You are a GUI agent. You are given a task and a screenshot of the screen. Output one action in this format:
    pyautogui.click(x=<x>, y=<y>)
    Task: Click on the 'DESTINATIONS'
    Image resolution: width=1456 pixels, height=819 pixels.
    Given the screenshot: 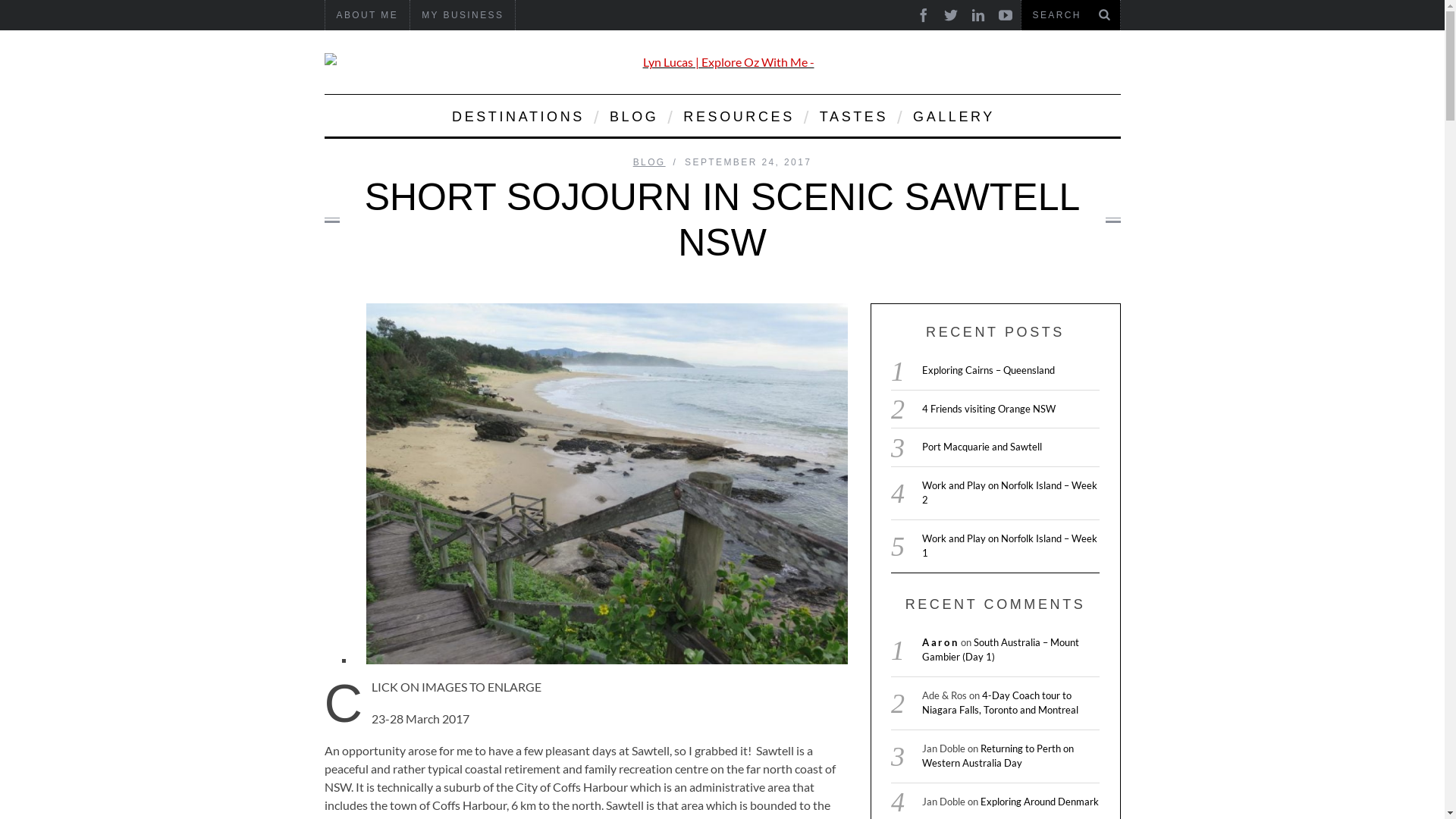 What is the action you would take?
    pyautogui.click(x=516, y=115)
    